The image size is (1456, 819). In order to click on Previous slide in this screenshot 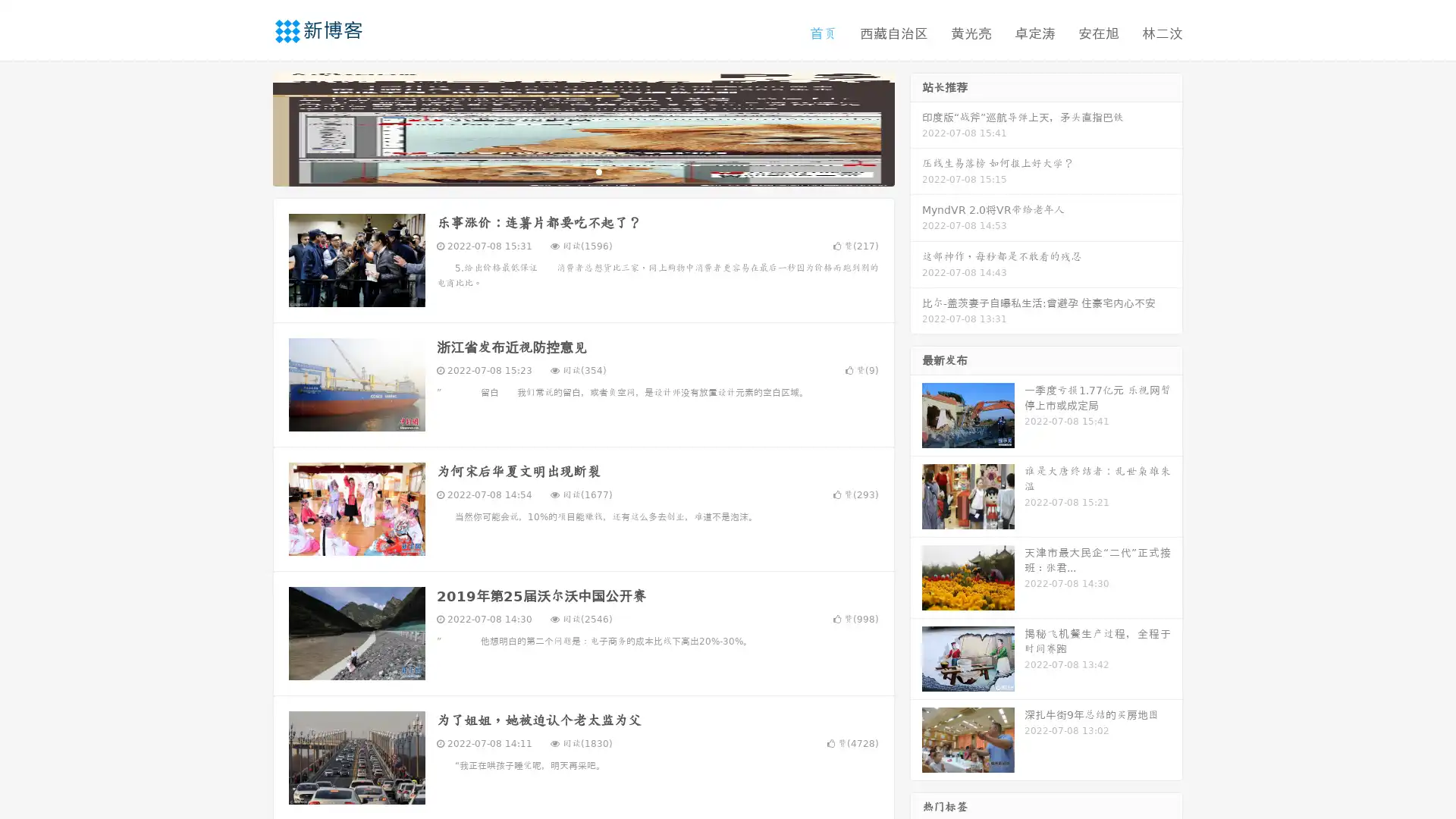, I will do `click(250, 127)`.